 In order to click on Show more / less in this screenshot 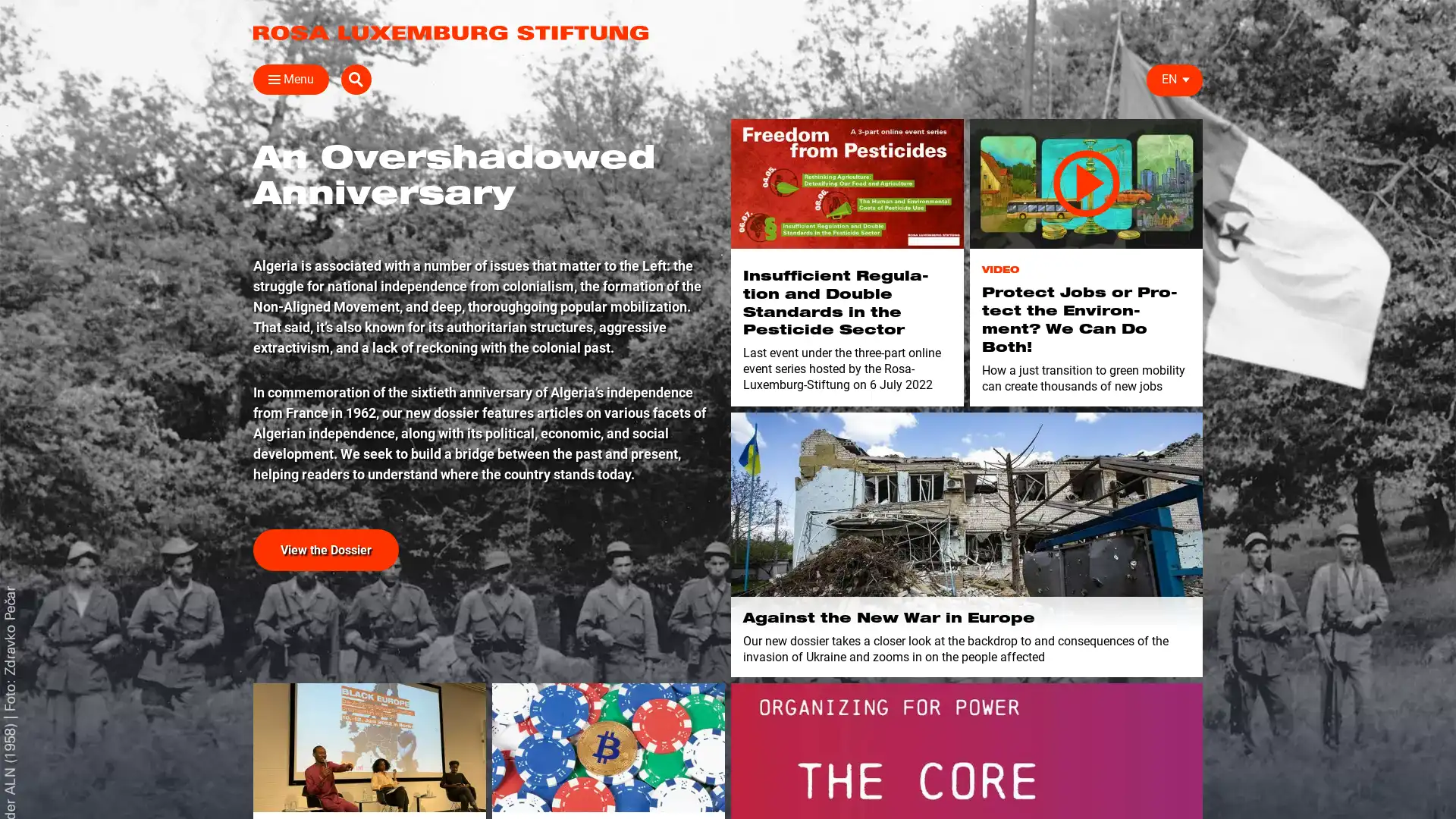, I will do `click(246, 299)`.